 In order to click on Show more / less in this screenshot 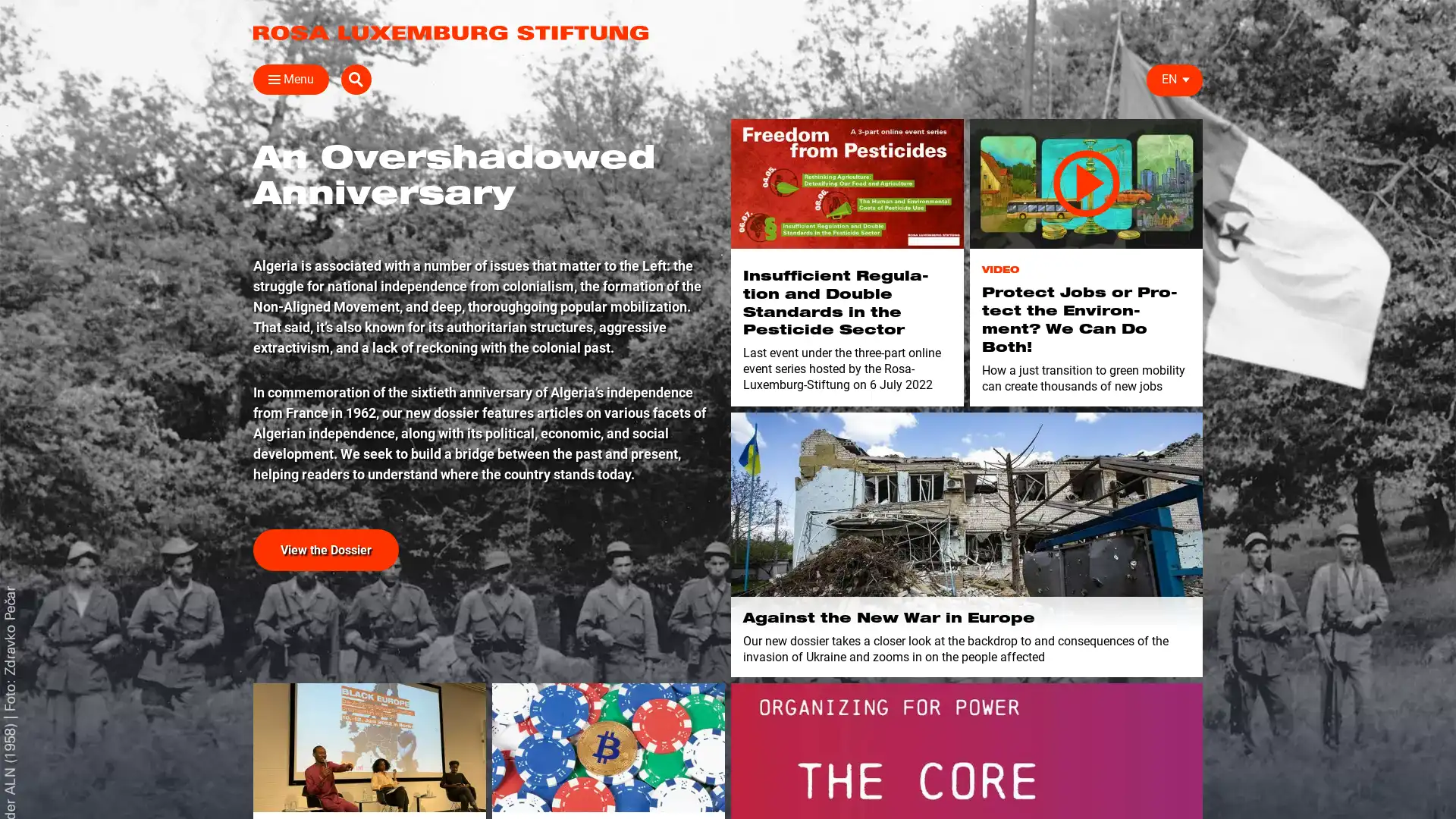, I will do `click(246, 299)`.